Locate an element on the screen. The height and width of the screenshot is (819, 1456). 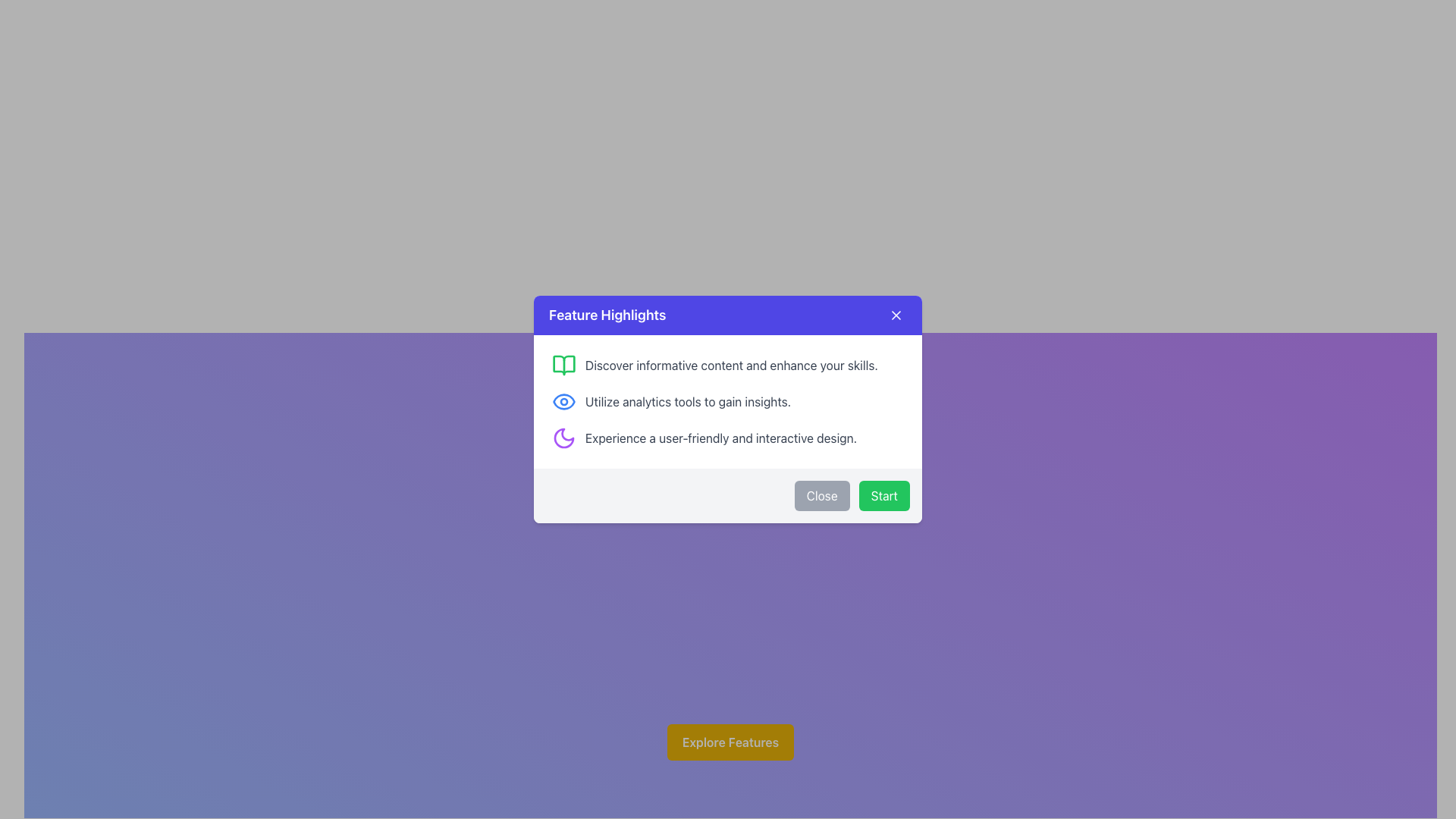
the text label located in the center of the modal window, positioned to the right of a green open book icon, which is the first item in a vertical list of features is located at coordinates (731, 366).